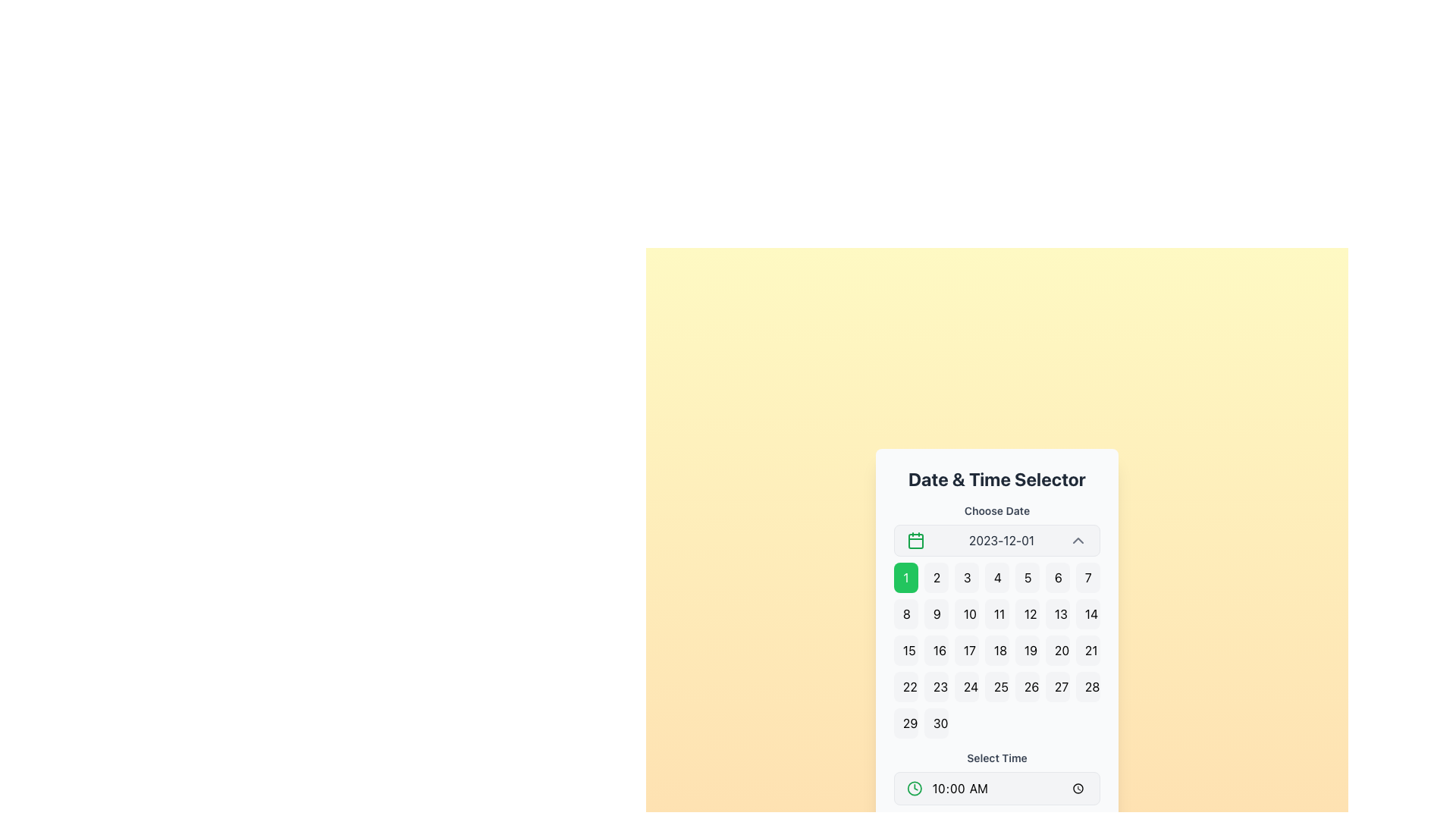 The image size is (1456, 819). Describe the element at coordinates (997, 511) in the screenshot. I see `the 'Choose Date' text label, which is prominently displayed at the top of the date and time selection interface, styled in bold with a muted color` at that location.